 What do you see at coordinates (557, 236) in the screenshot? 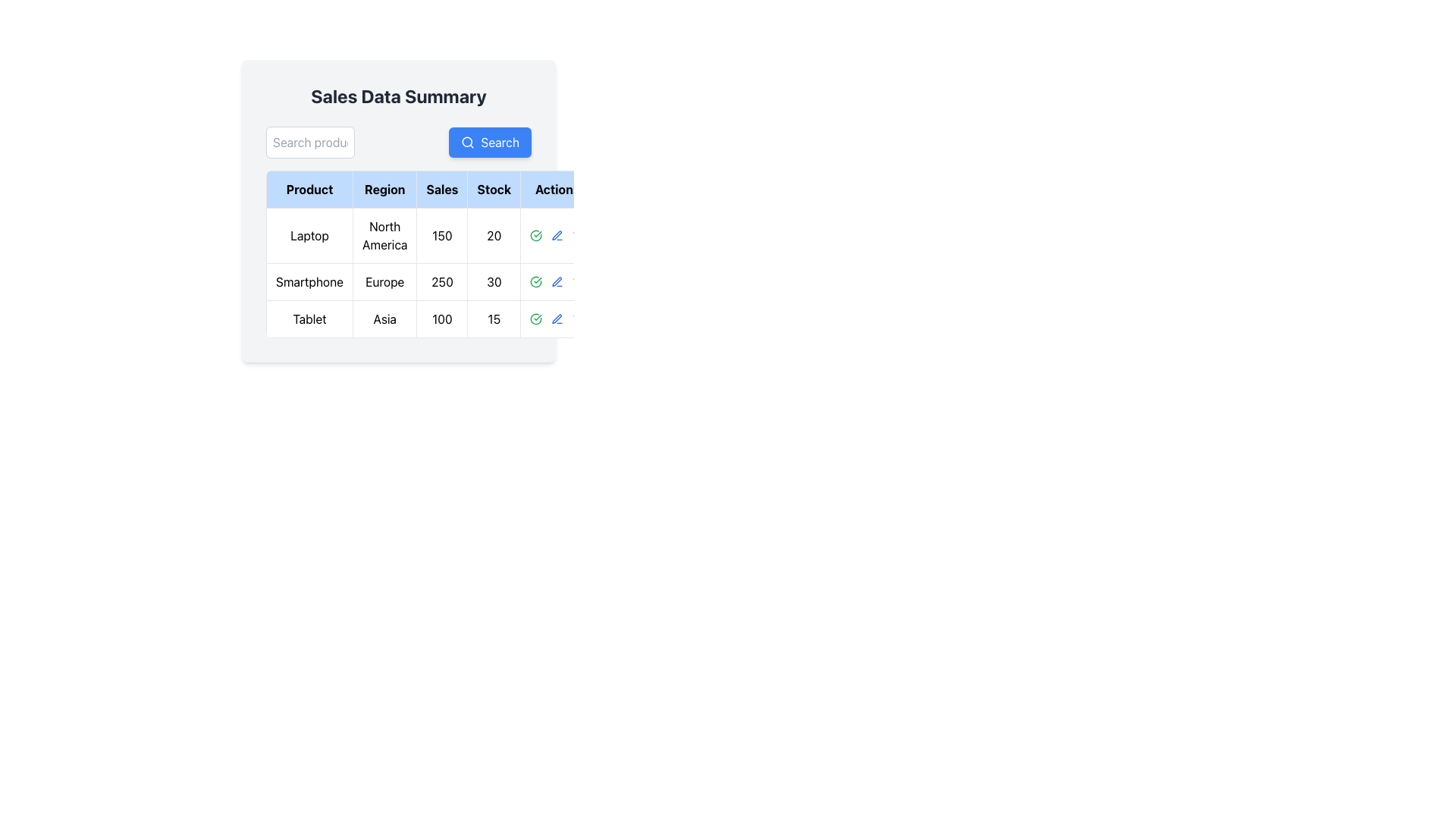
I see `the edit icon button located in the 'Action' column of the third row corresponding to the 'Tablet' product` at bounding box center [557, 236].